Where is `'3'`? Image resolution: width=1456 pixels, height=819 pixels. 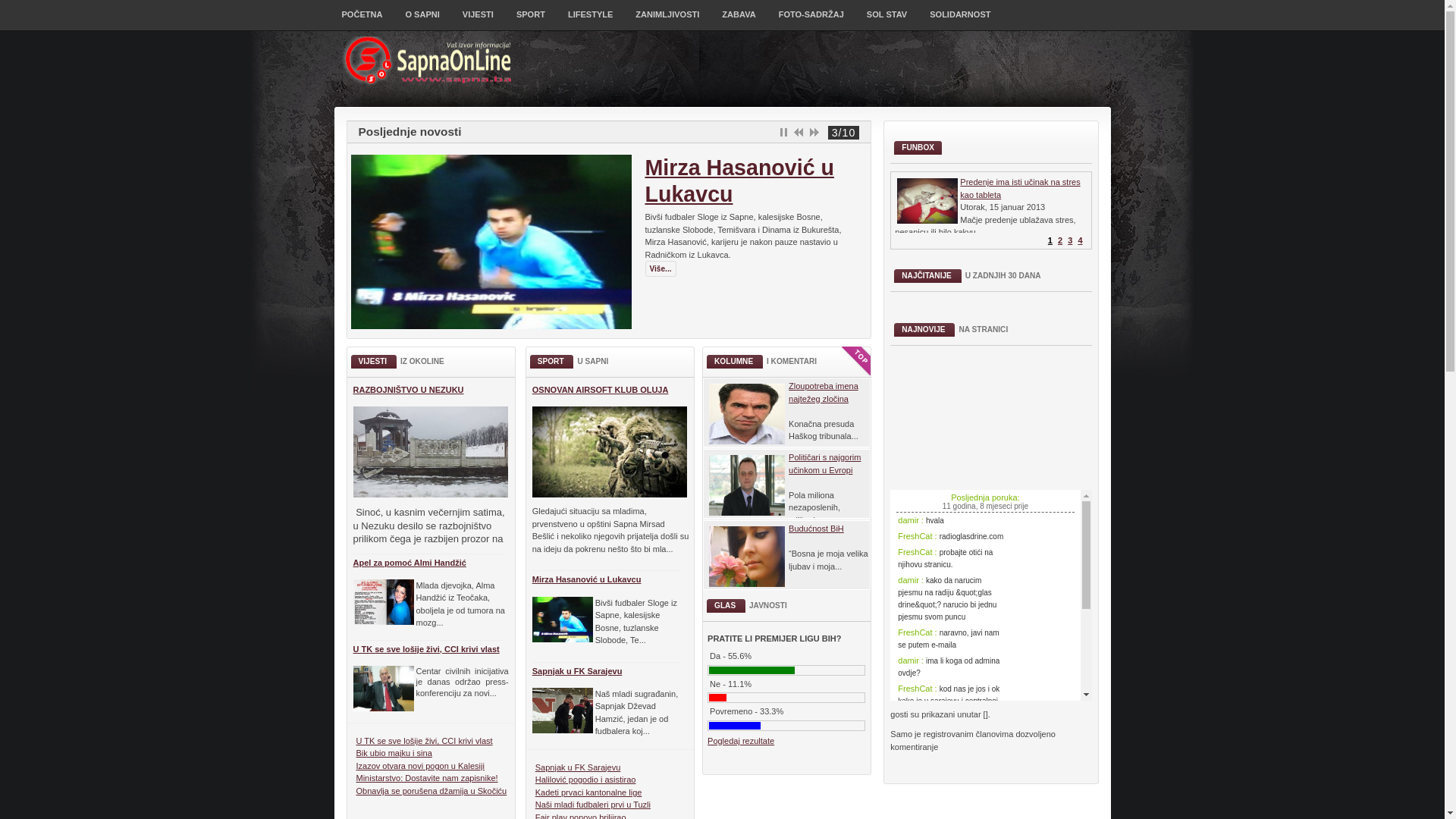 '3' is located at coordinates (1069, 239).